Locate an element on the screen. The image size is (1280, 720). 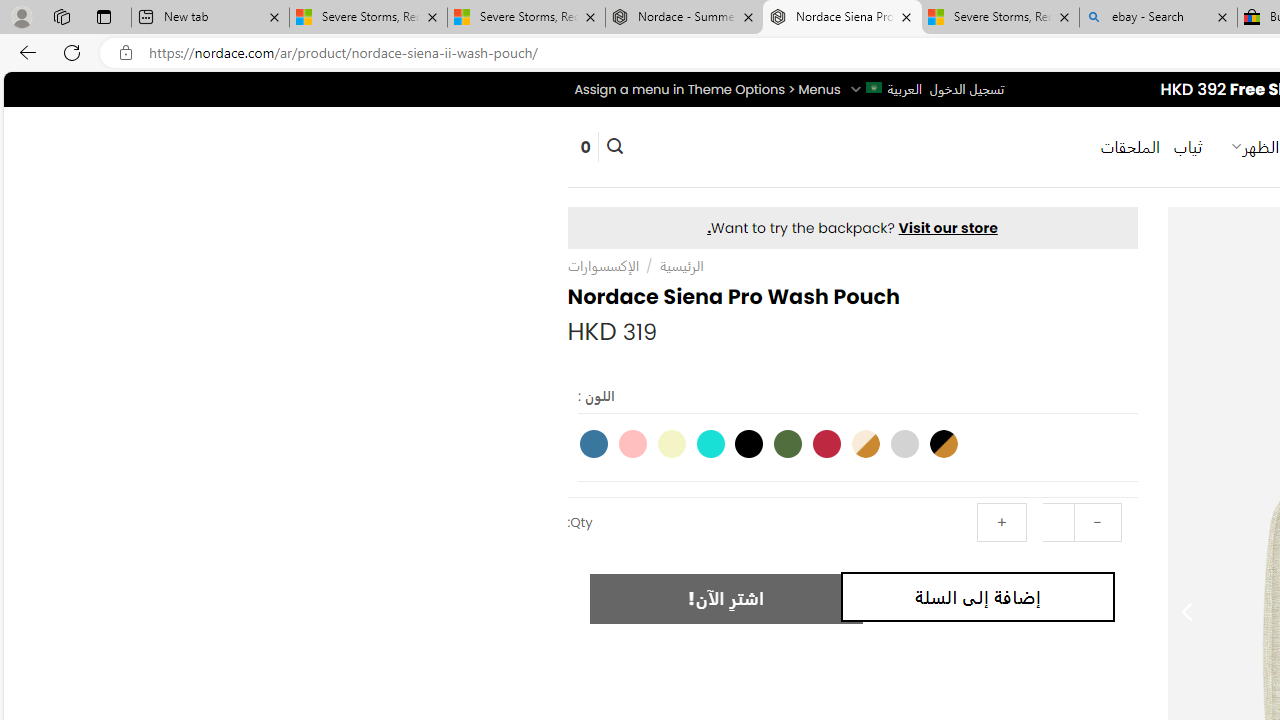
'Nordace - Summer Adventures 2024' is located at coordinates (684, 17).